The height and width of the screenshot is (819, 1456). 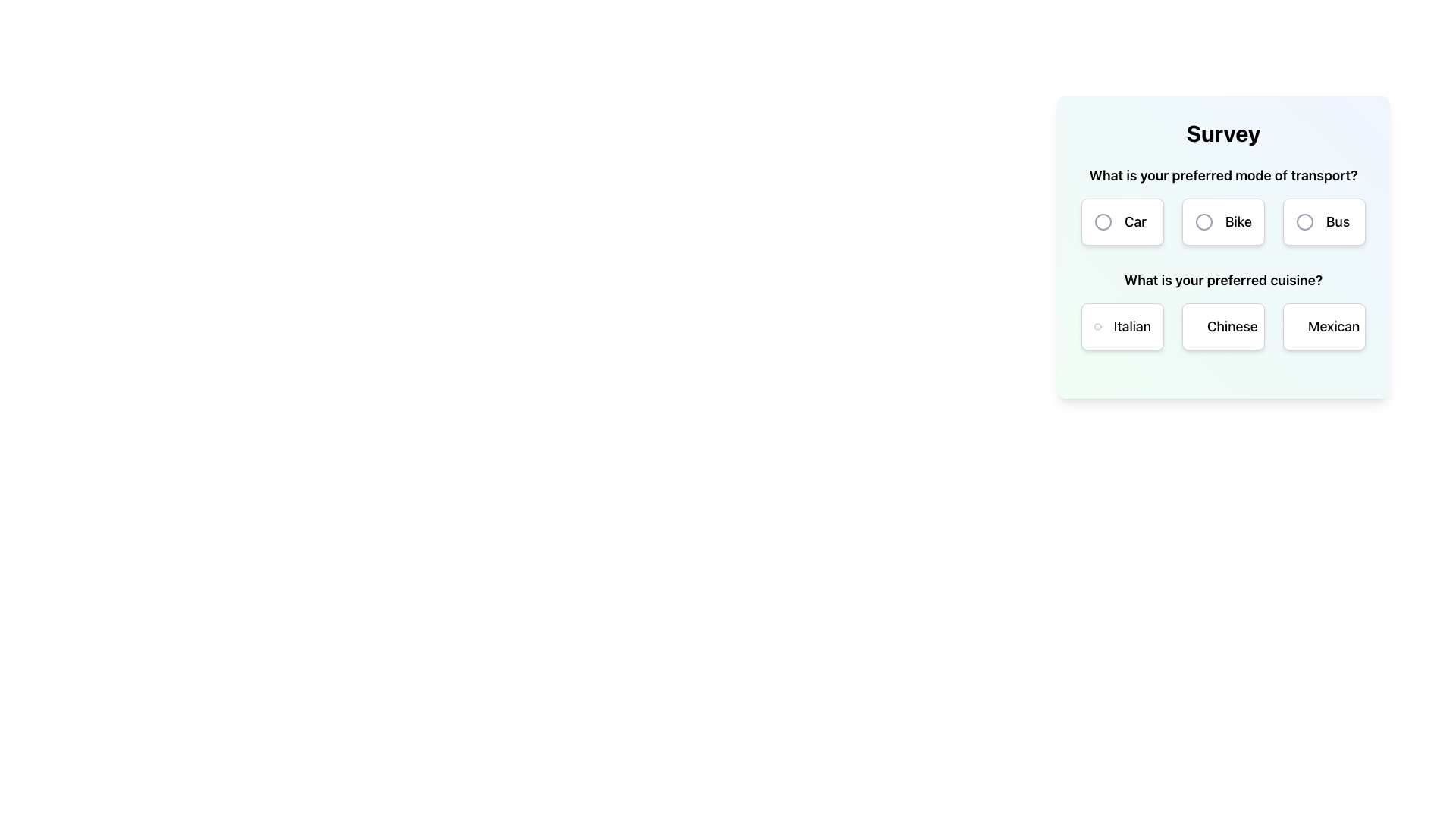 What do you see at coordinates (1232, 326) in the screenshot?
I see `the radio button label displaying 'Chinese'` at bounding box center [1232, 326].